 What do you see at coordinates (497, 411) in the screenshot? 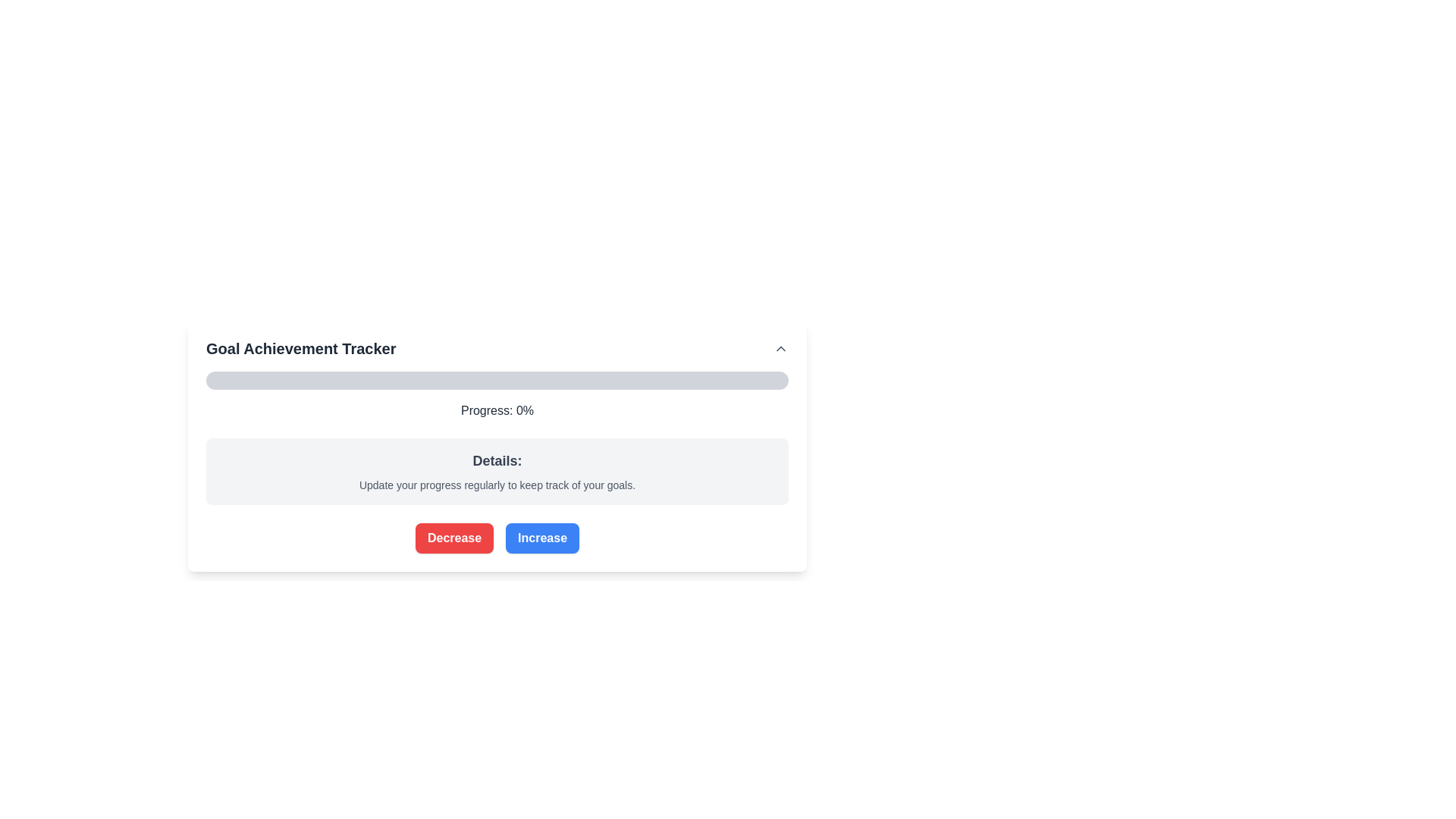
I see `the Text label that displays the current progress status of 0%, which is positioned beneath the progress bar and above the details section` at bounding box center [497, 411].